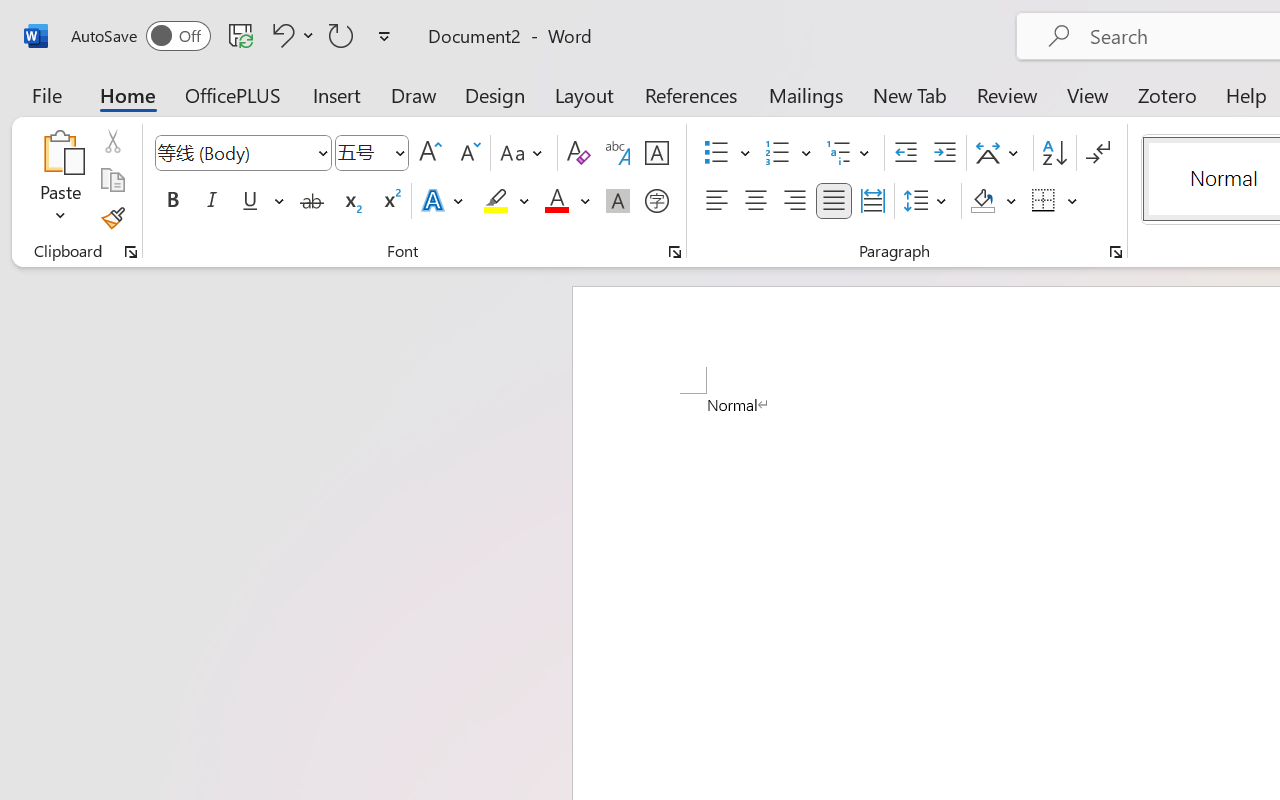 This screenshot has height=800, width=1280. I want to click on 'Font', so click(234, 152).